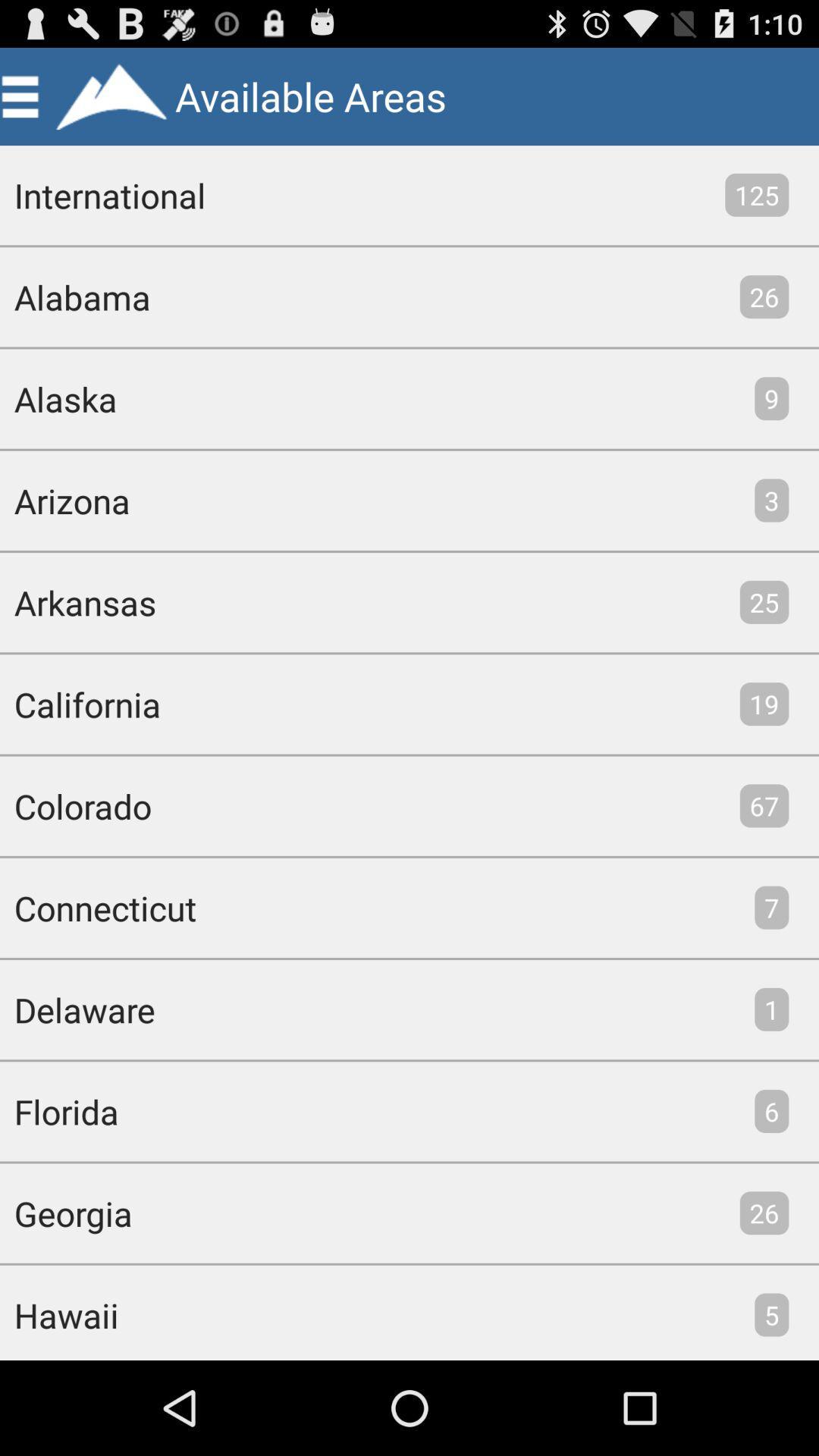  I want to click on icon to the right of florida item, so click(771, 1111).